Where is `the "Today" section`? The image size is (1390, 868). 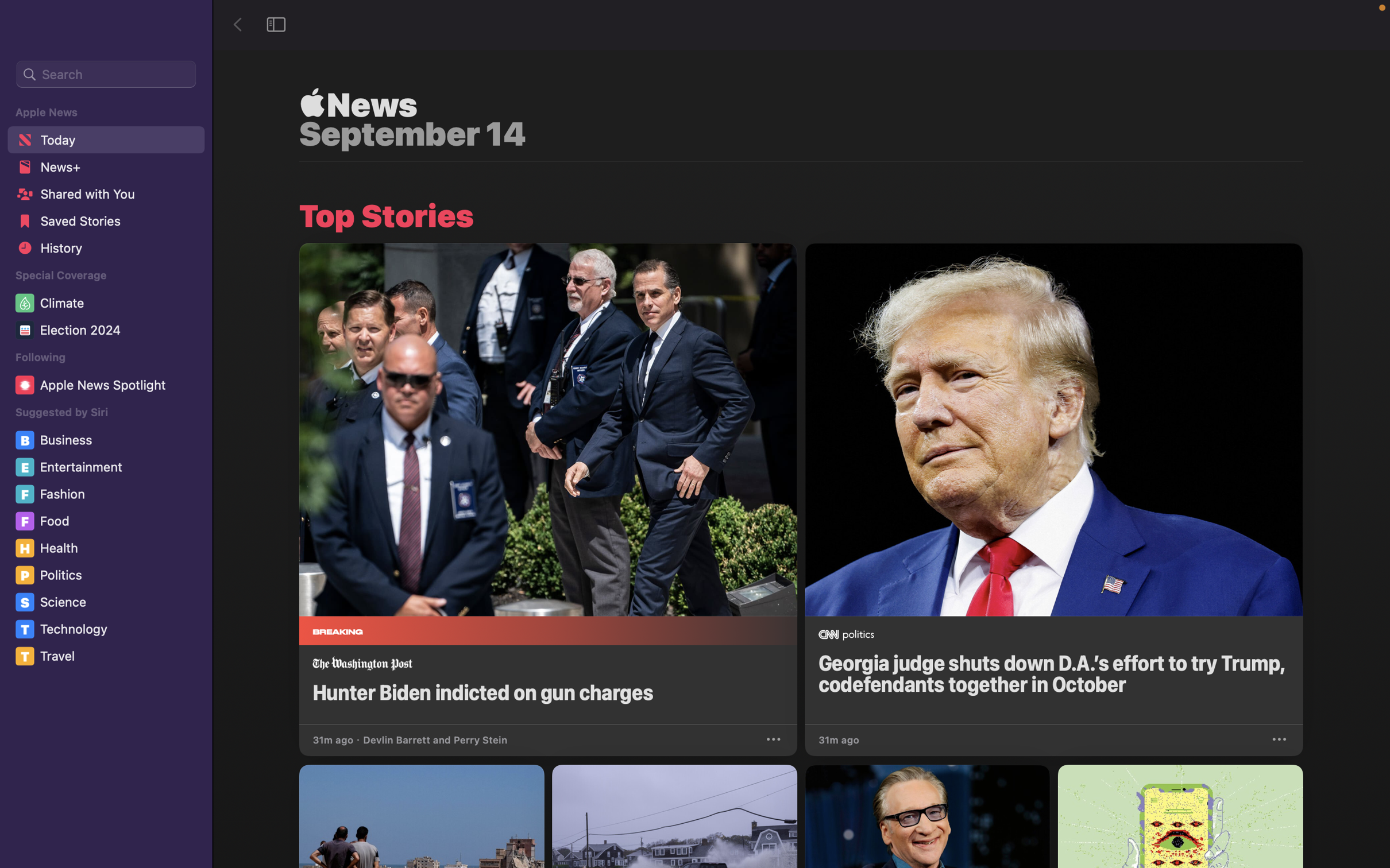
the "Today" section is located at coordinates (105, 138).